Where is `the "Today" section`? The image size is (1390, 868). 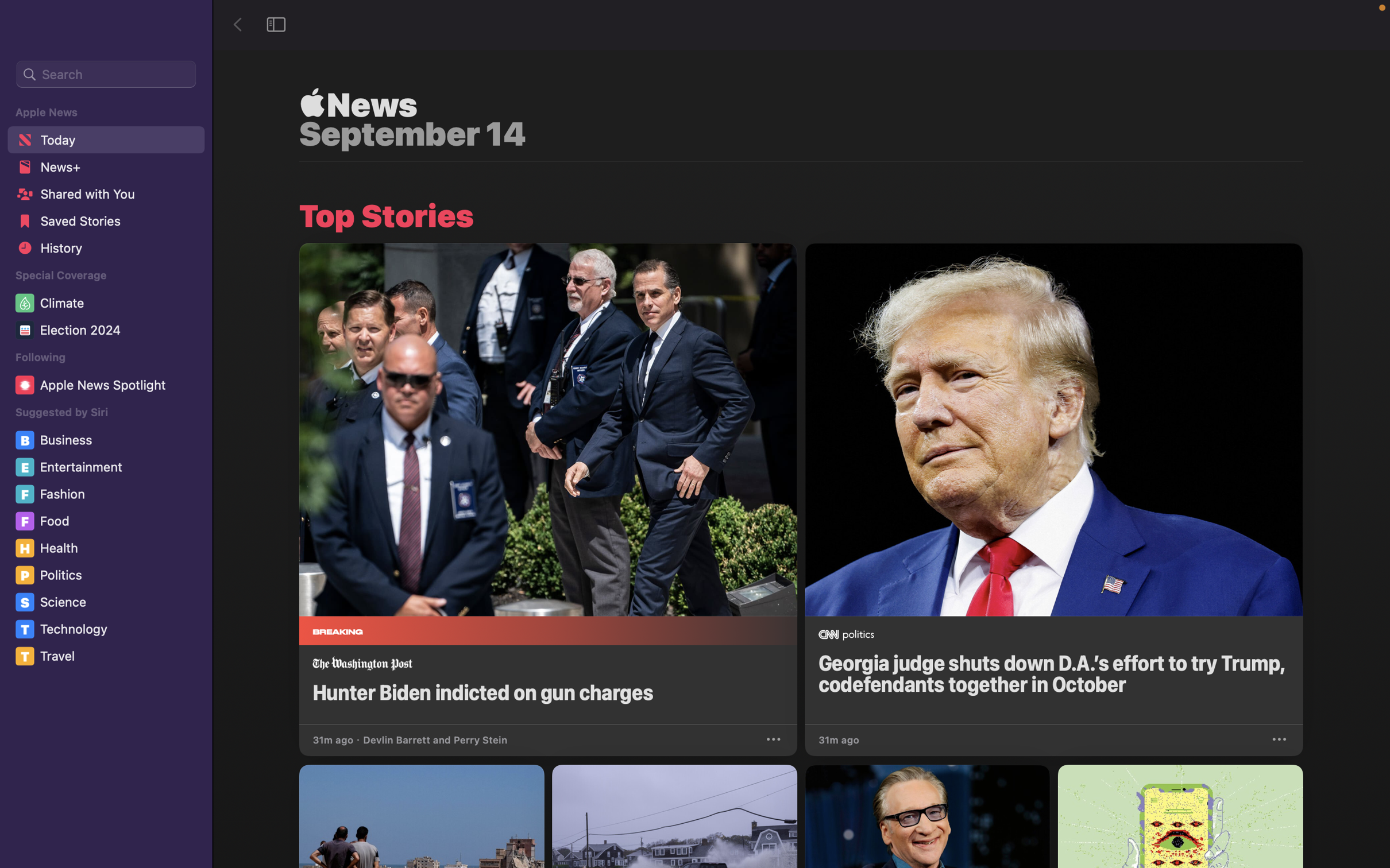
the "Today" section is located at coordinates (105, 138).